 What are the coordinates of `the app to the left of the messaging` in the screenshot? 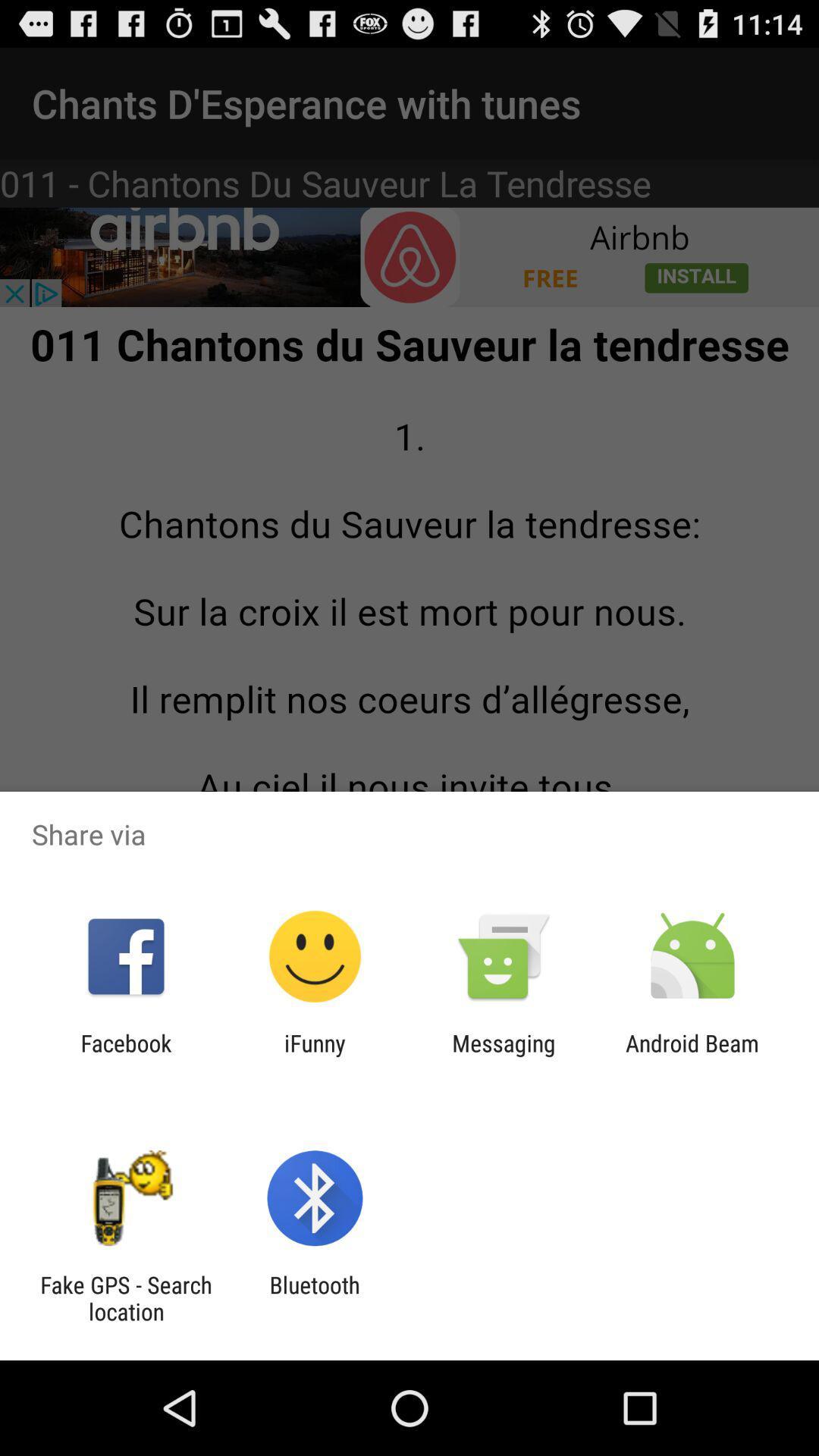 It's located at (314, 1056).